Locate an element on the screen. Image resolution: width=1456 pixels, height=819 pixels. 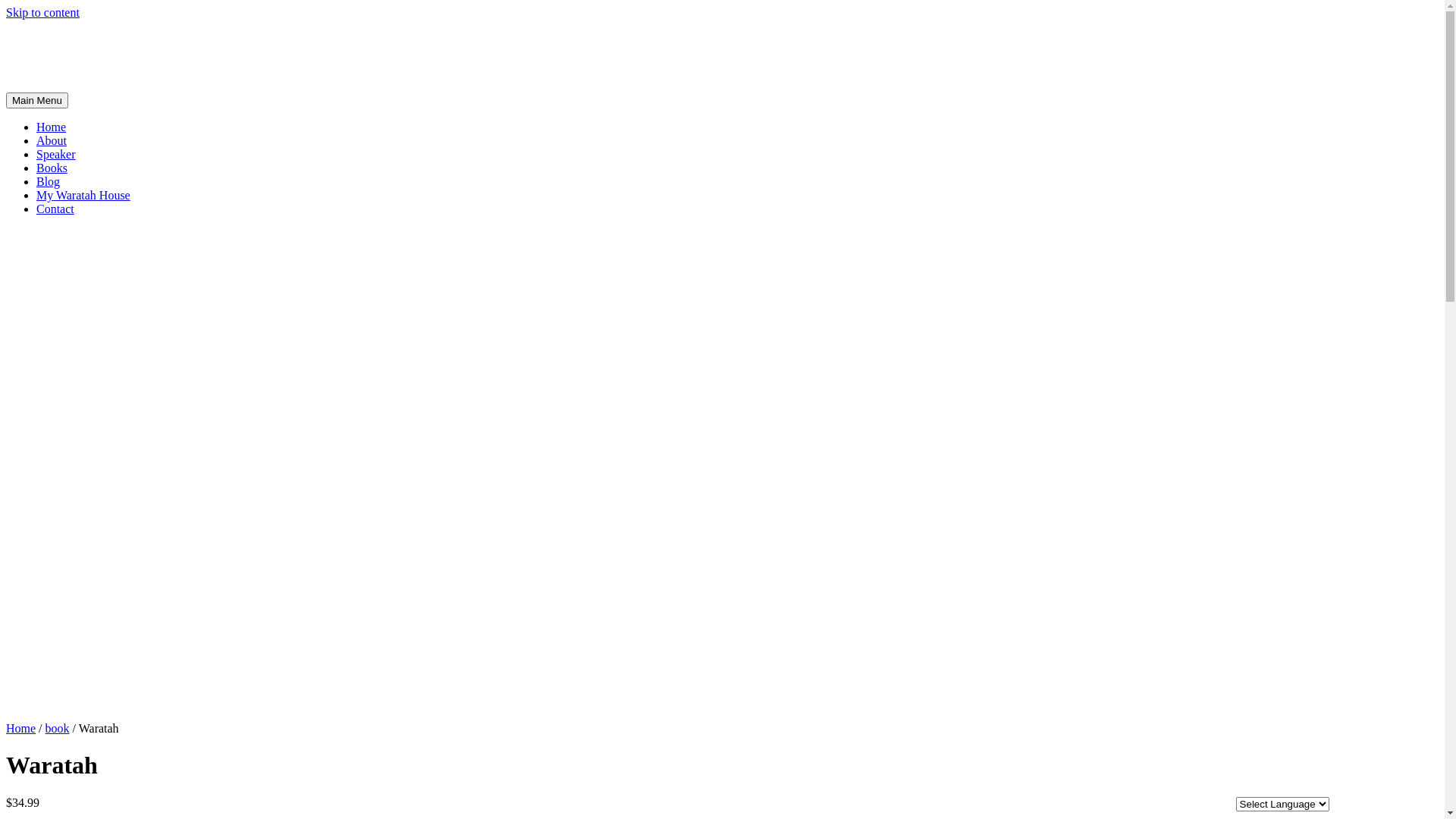
'Home' is located at coordinates (20, 727).